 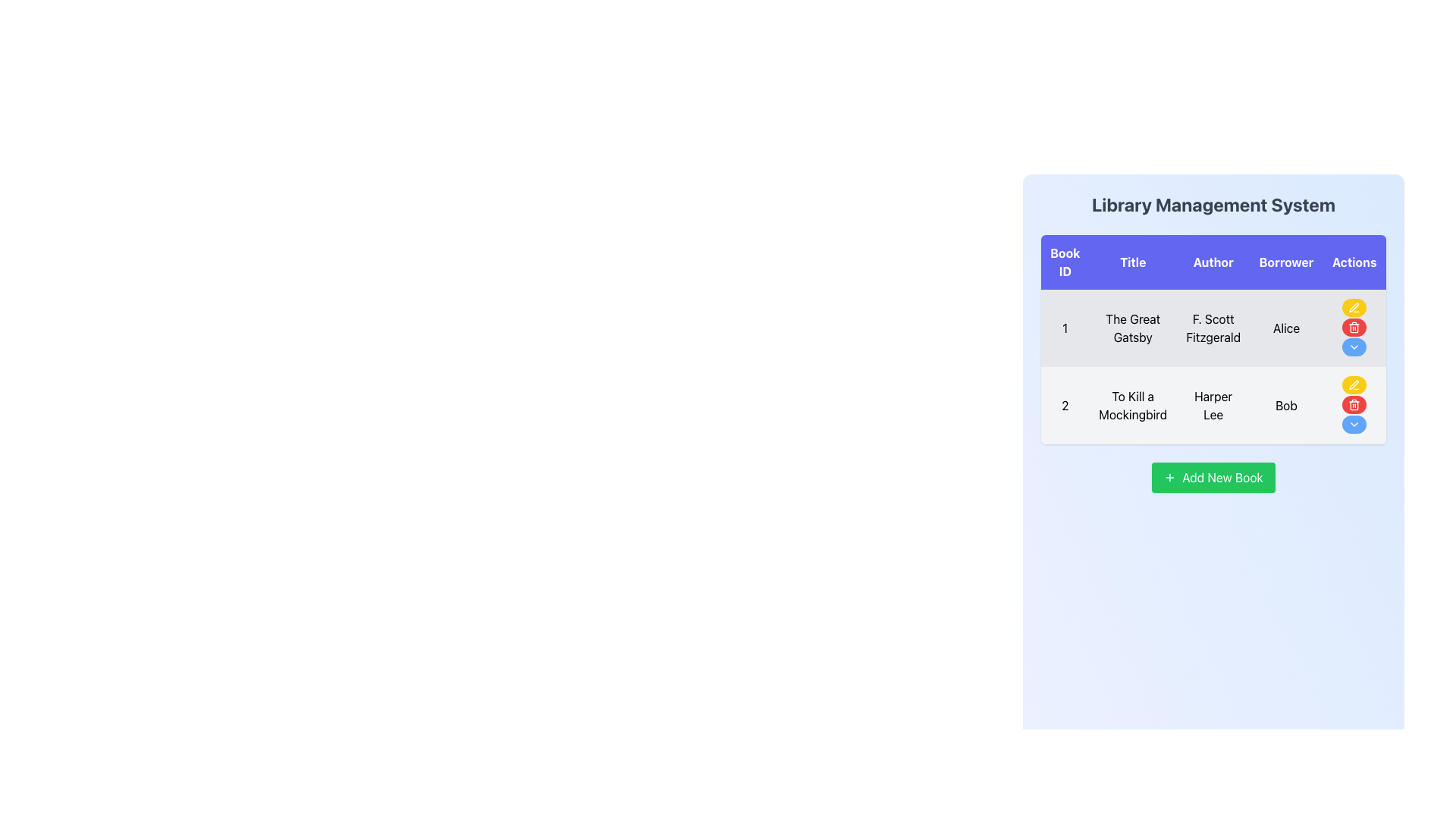 I want to click on the delete button located in the 'Actions' column of the second row in the table, so click(x=1354, y=403).